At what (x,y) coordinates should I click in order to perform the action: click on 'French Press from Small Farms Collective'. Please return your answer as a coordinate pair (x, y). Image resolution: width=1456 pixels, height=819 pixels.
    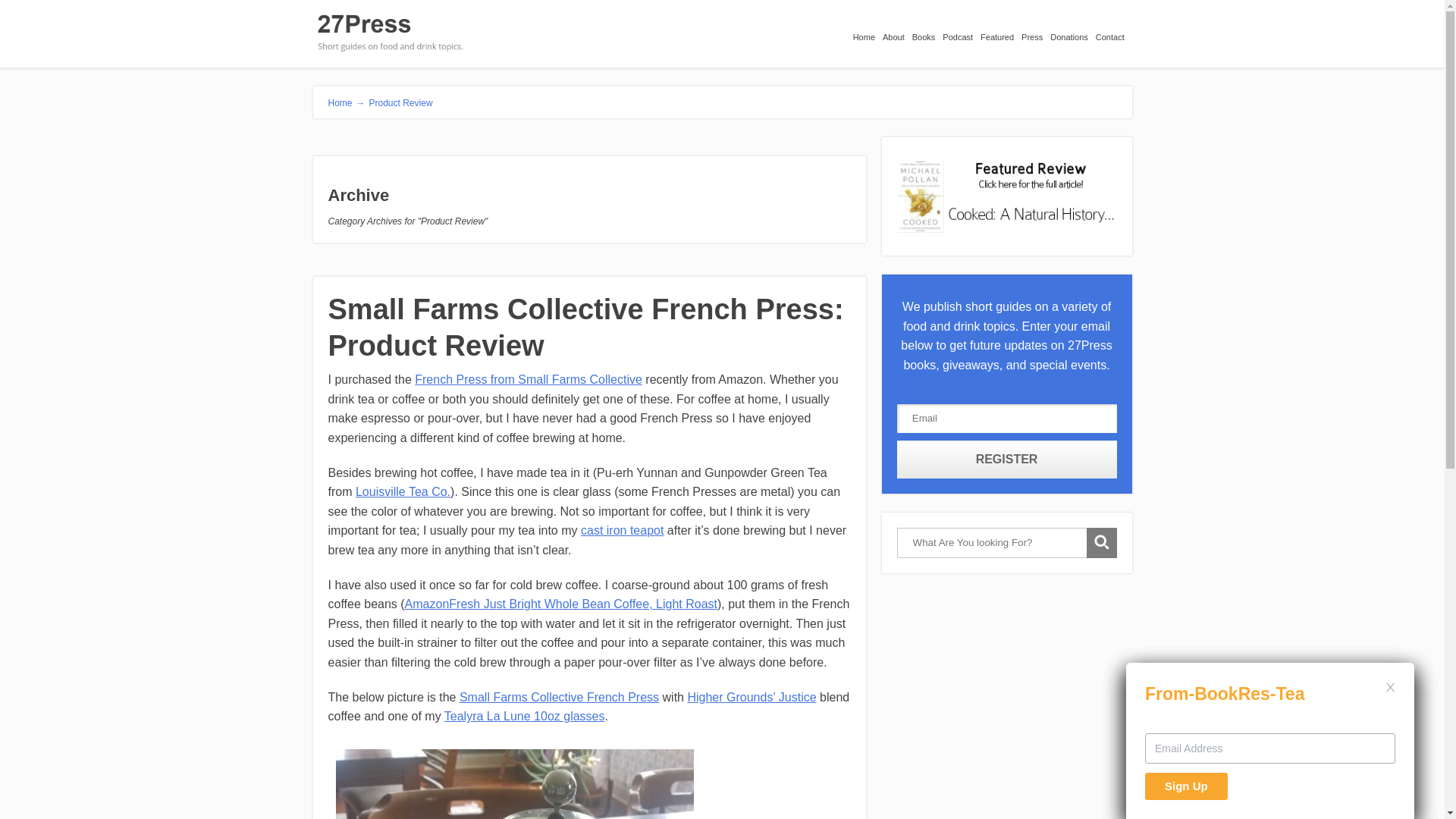
    Looking at the image, I should click on (528, 378).